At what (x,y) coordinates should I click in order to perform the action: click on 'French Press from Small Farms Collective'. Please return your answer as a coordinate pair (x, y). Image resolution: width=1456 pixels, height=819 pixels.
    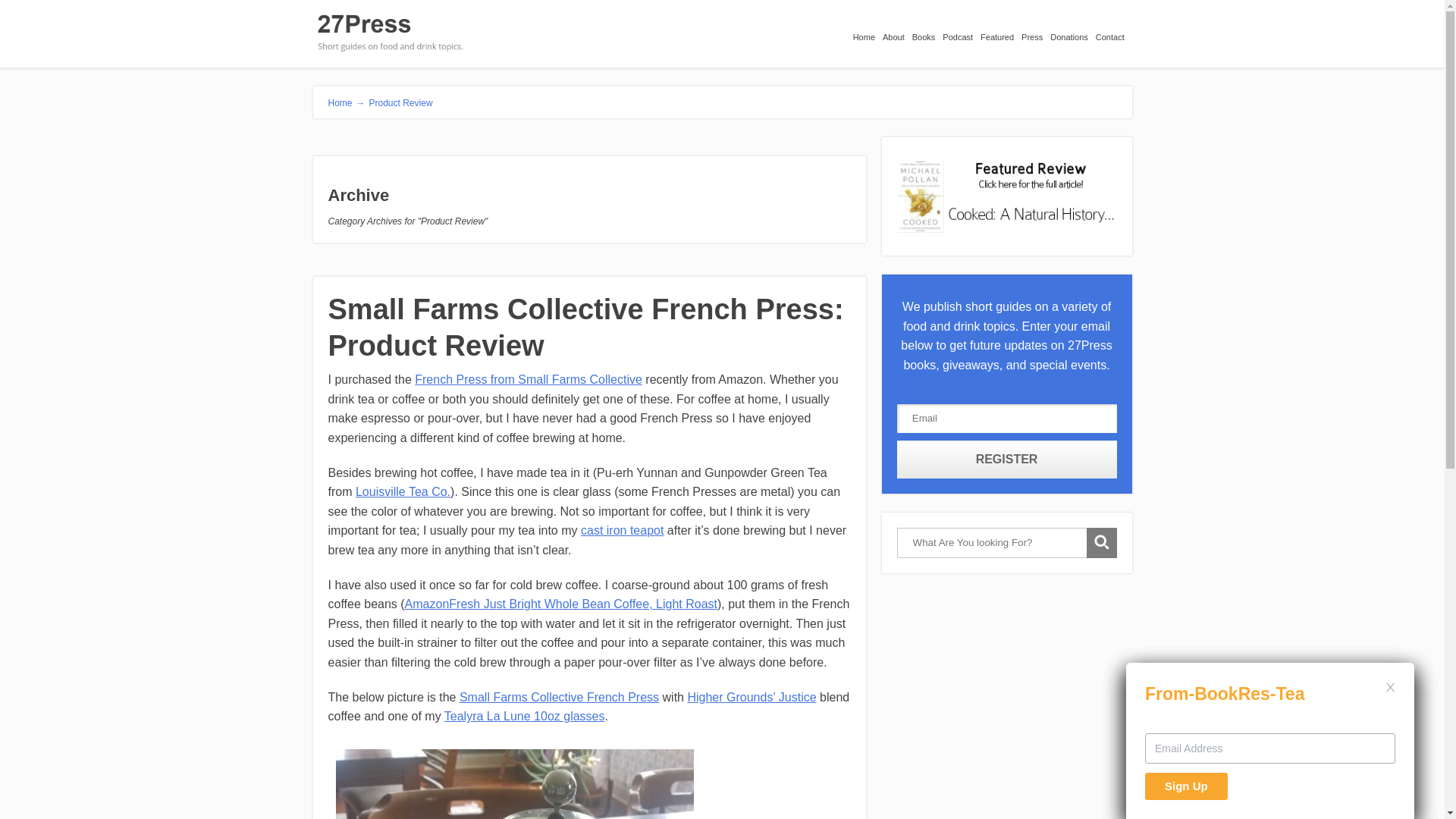
    Looking at the image, I should click on (528, 378).